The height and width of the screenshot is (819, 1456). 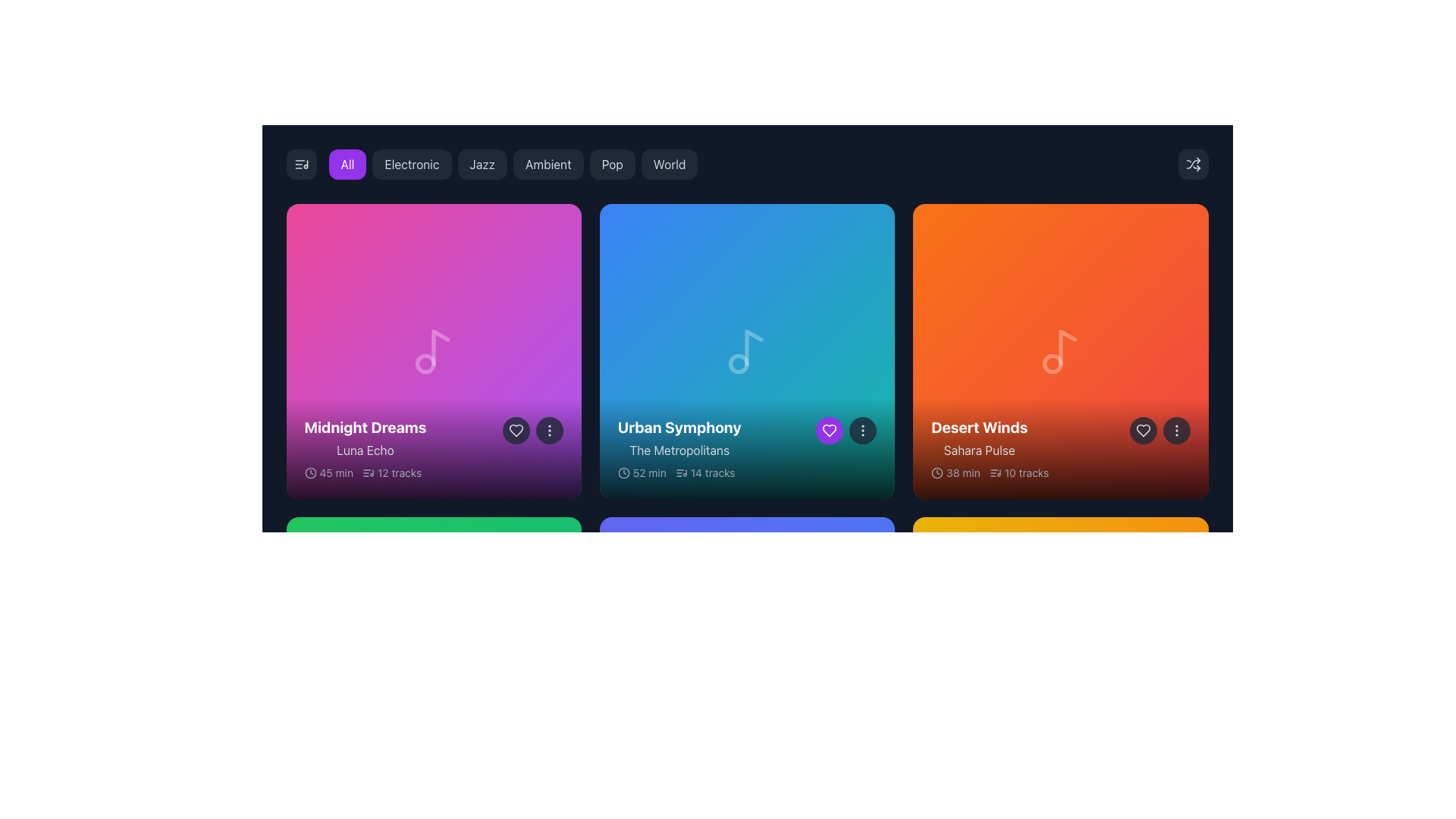 What do you see at coordinates (516, 431) in the screenshot?
I see `the circular button with a dark gray background and white heart icon, located at the bottom-right of the 'Midnight Dreams' card` at bounding box center [516, 431].